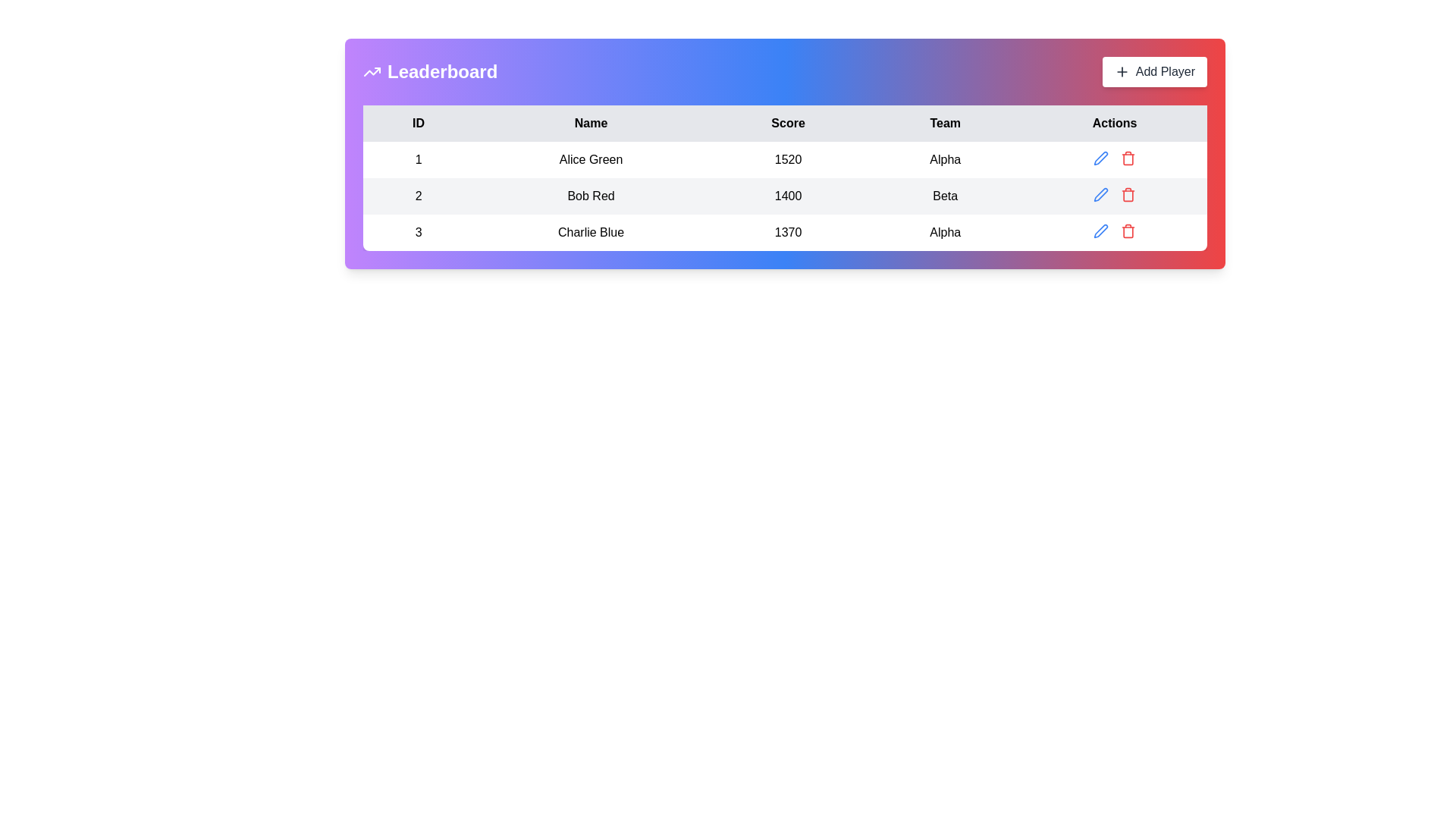  I want to click on the upward trending arrow icon resembling a chart, located in the header section of the 'Leaderboard' panel, so click(372, 72).